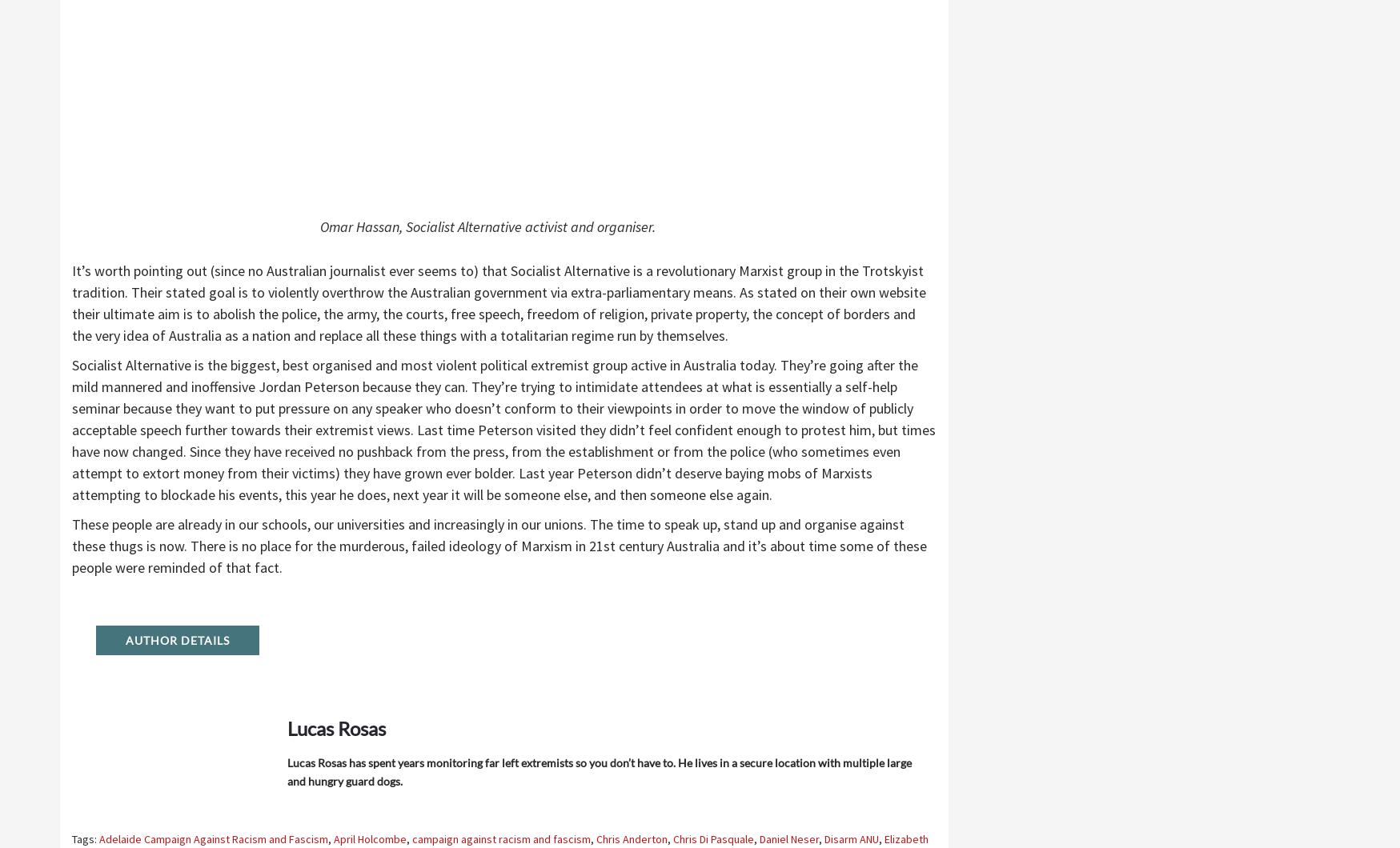 The image size is (1400, 848). What do you see at coordinates (213, 838) in the screenshot?
I see `'Adelaide Campaign Against Racism and Fascism'` at bounding box center [213, 838].